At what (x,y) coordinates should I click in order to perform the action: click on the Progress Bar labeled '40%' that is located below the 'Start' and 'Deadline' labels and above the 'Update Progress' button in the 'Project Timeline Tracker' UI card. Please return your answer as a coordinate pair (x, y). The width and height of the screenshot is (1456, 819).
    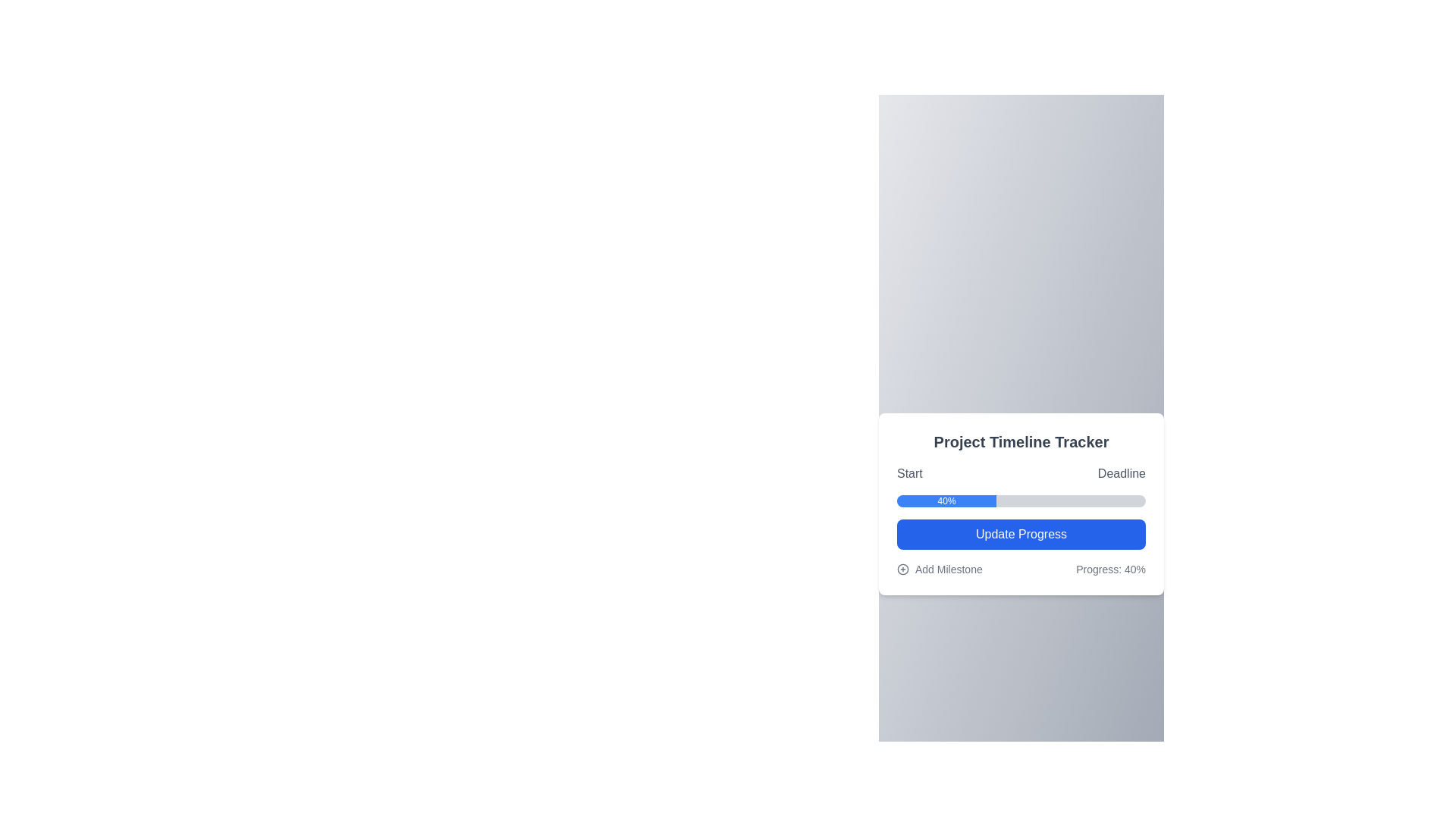
    Looking at the image, I should click on (1021, 500).